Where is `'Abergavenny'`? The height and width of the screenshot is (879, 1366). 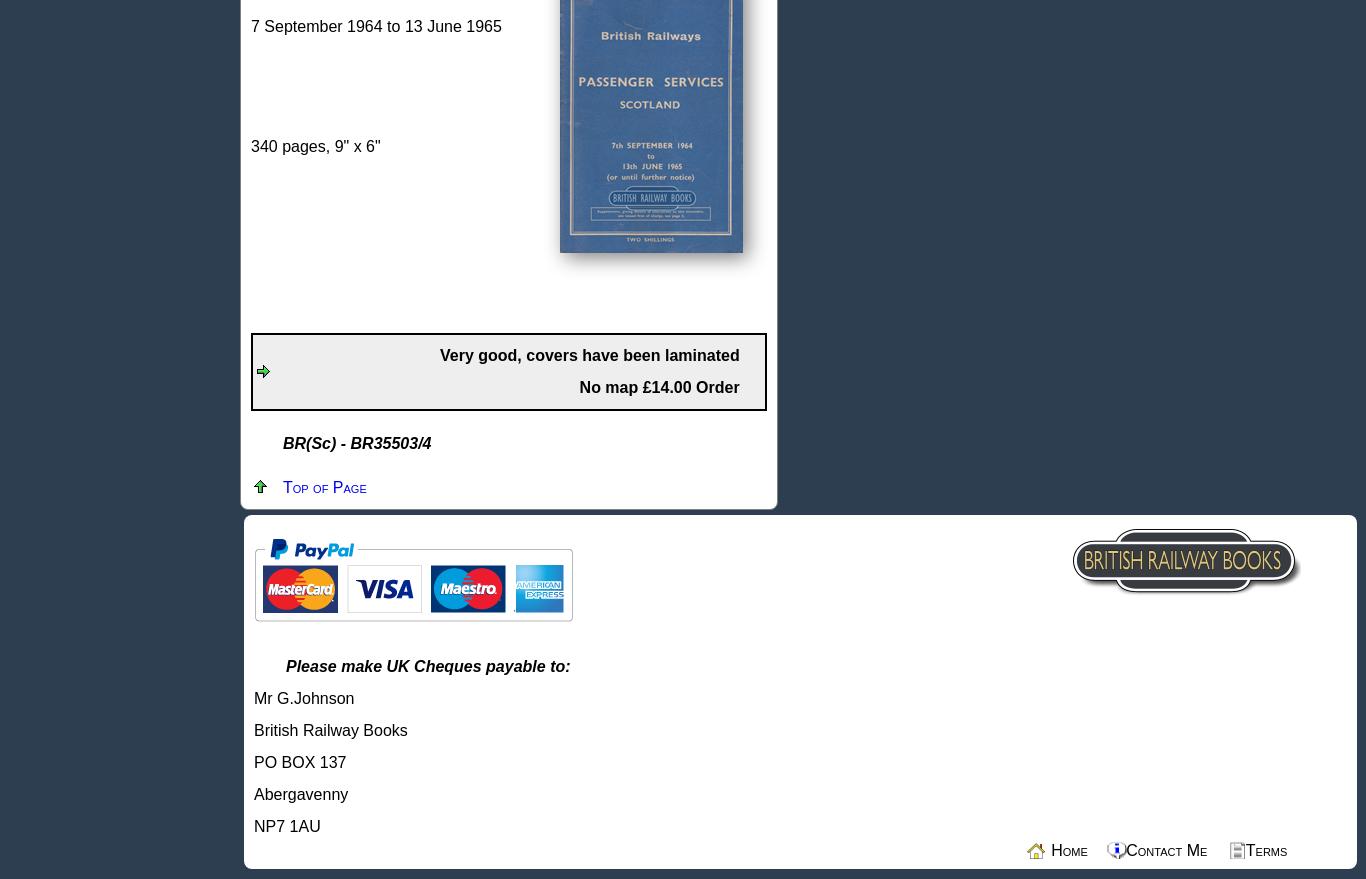
'Abergavenny' is located at coordinates (301, 794).